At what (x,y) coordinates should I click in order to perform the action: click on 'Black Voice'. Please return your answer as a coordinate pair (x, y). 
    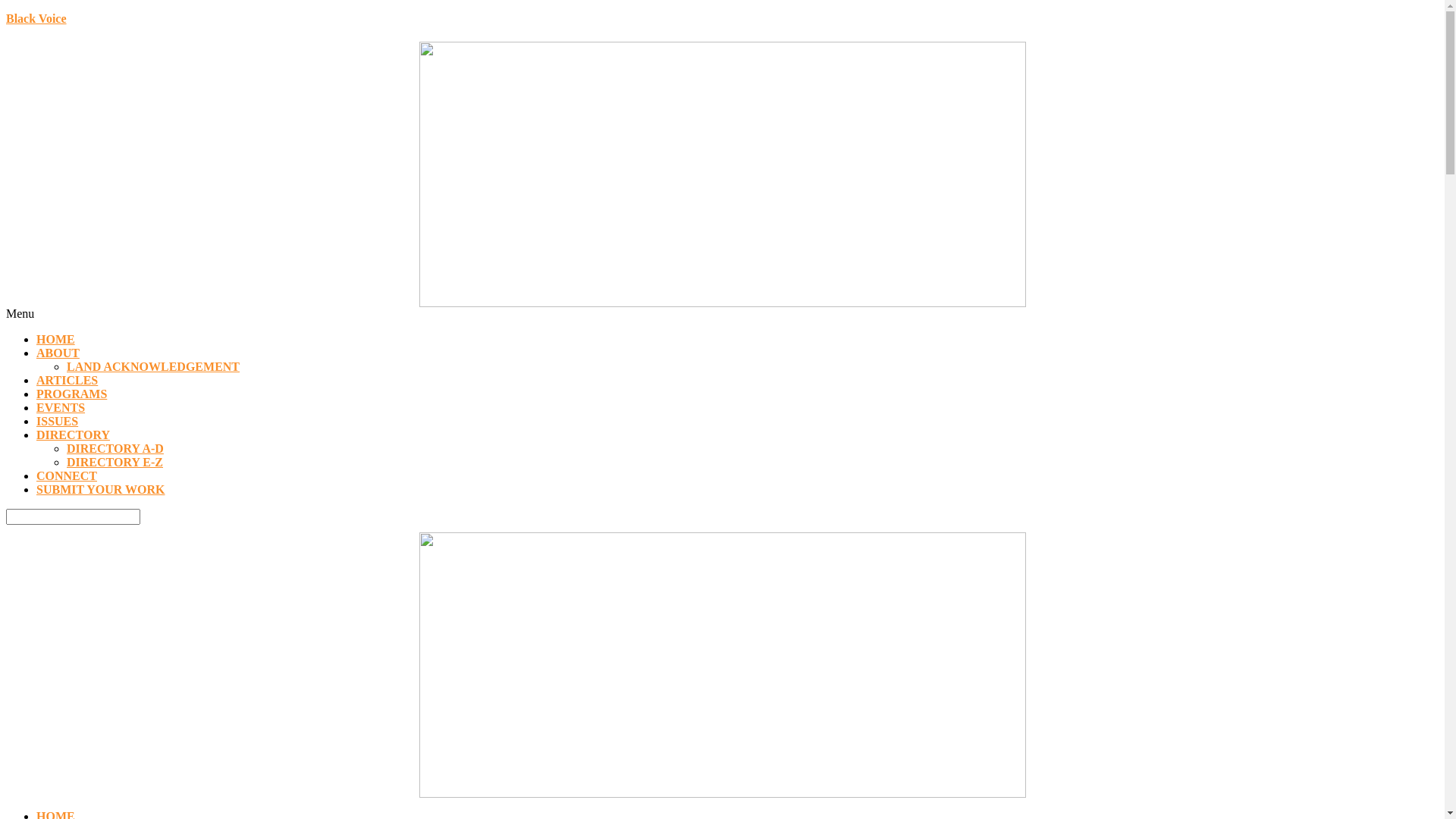
    Looking at the image, I should click on (36, 18).